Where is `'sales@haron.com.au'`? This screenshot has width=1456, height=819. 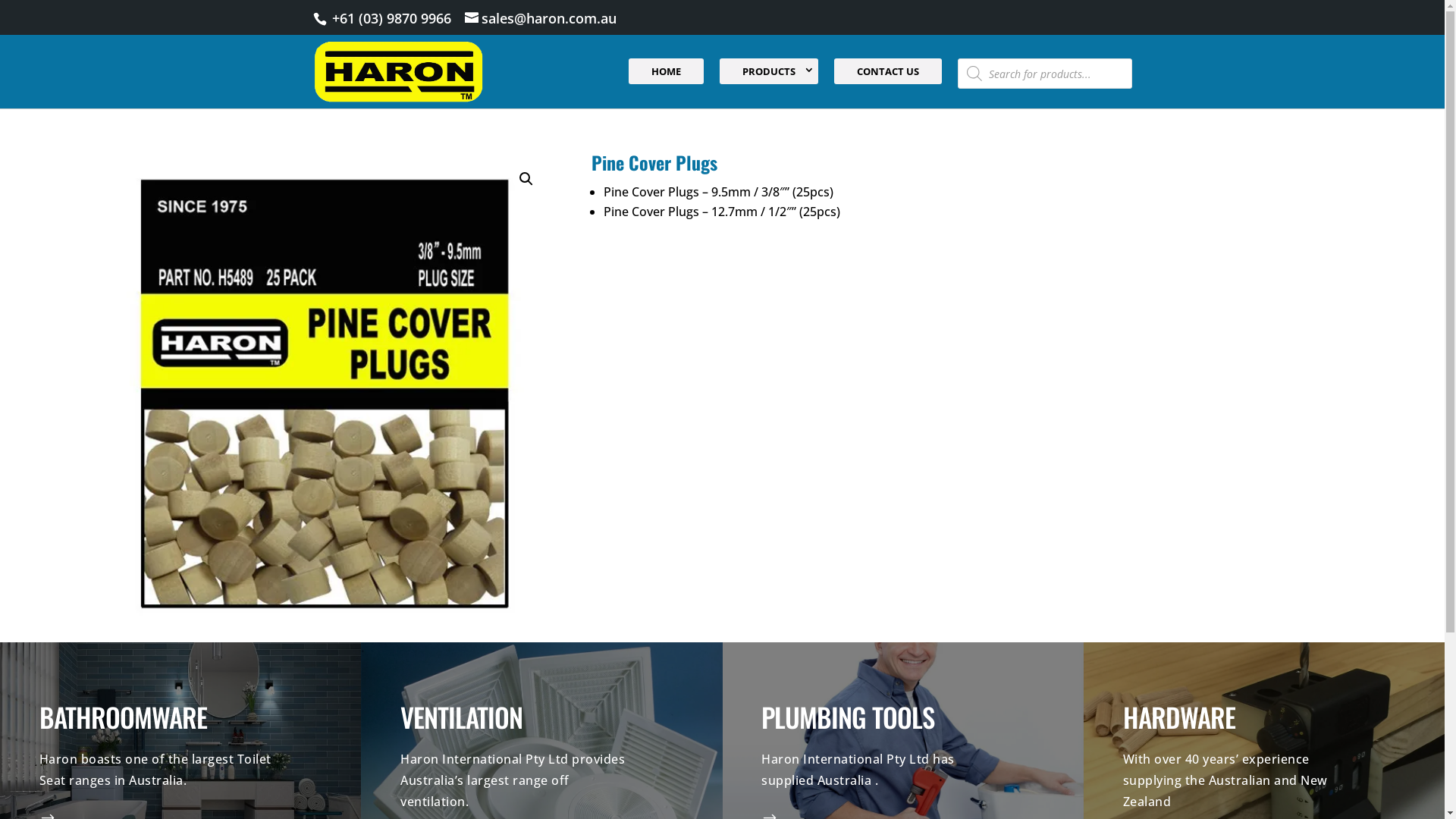
'sales@haron.com.au' is located at coordinates (539, 17).